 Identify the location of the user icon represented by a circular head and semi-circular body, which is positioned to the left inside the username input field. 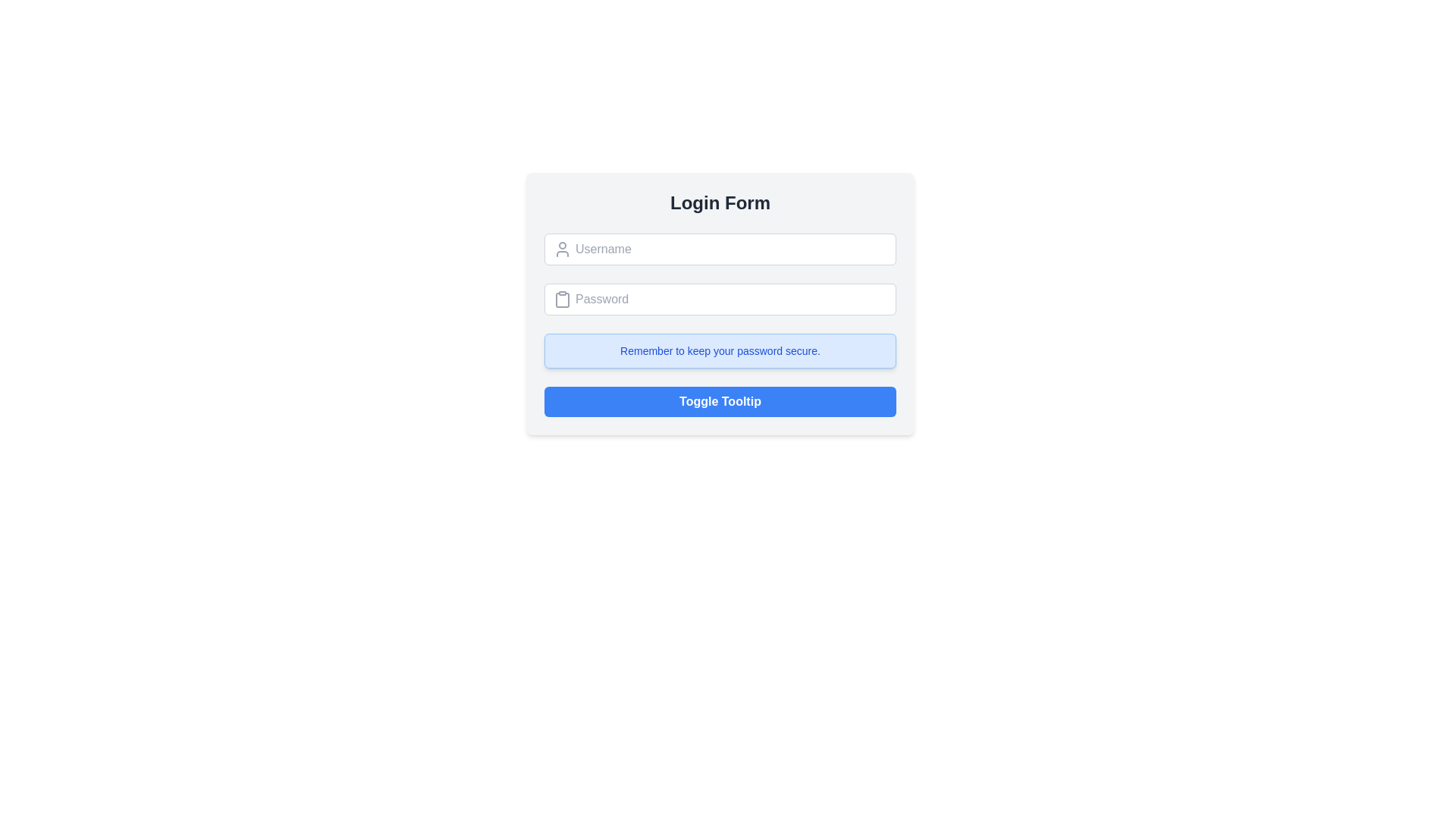
(562, 248).